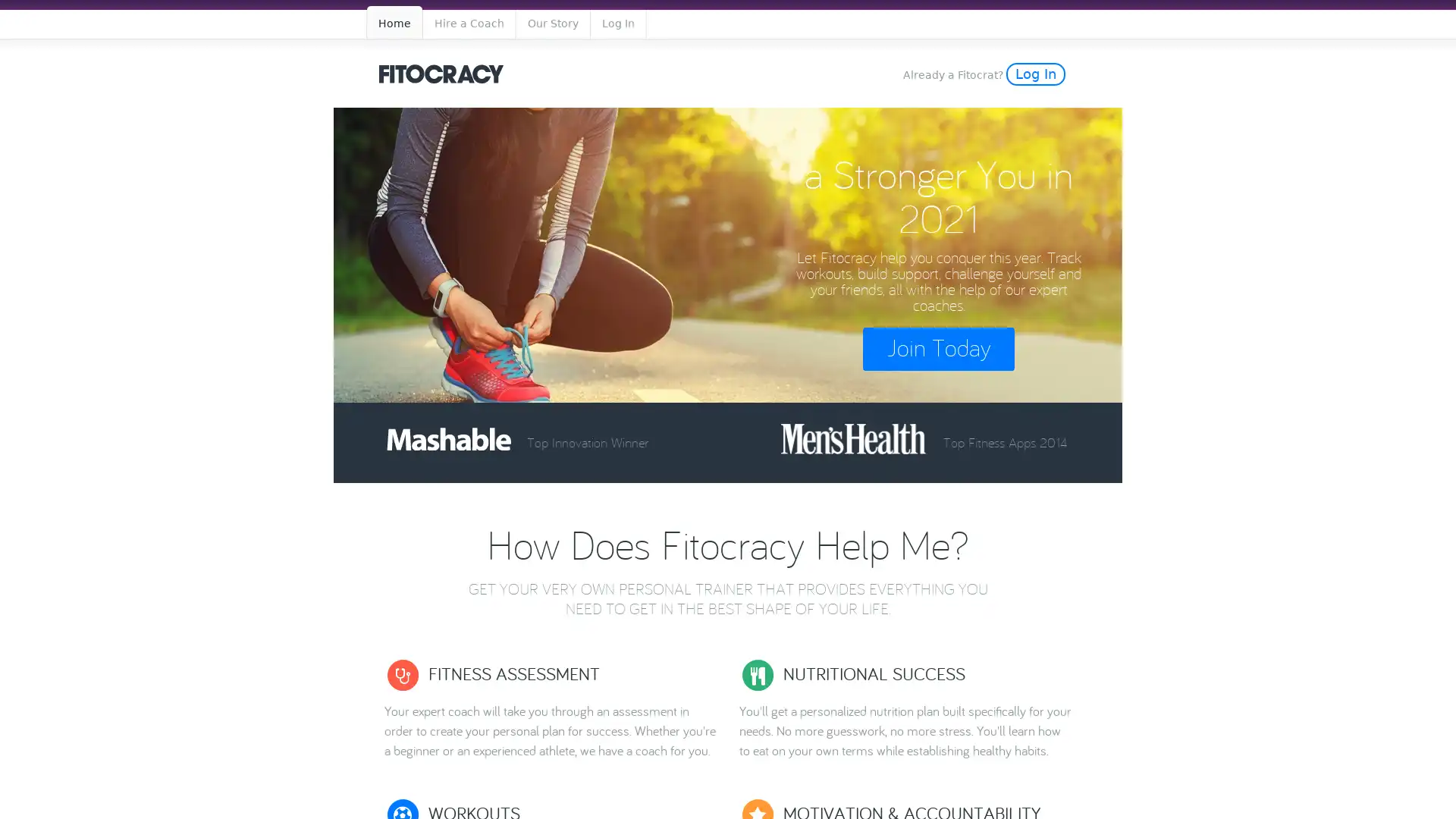  Describe the element at coordinates (938, 348) in the screenshot. I see `Join Today` at that location.